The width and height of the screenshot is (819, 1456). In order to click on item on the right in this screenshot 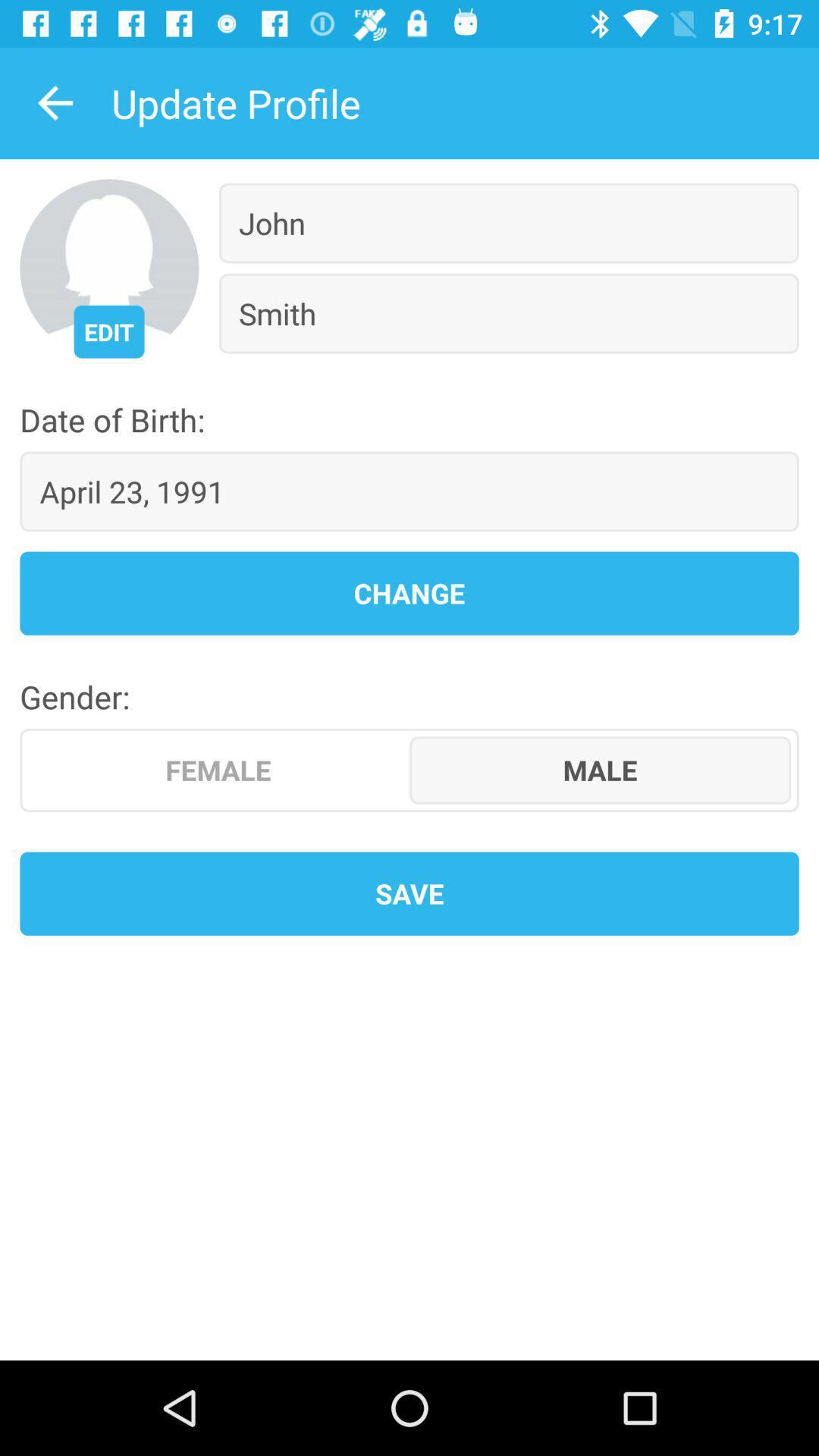, I will do `click(599, 770)`.